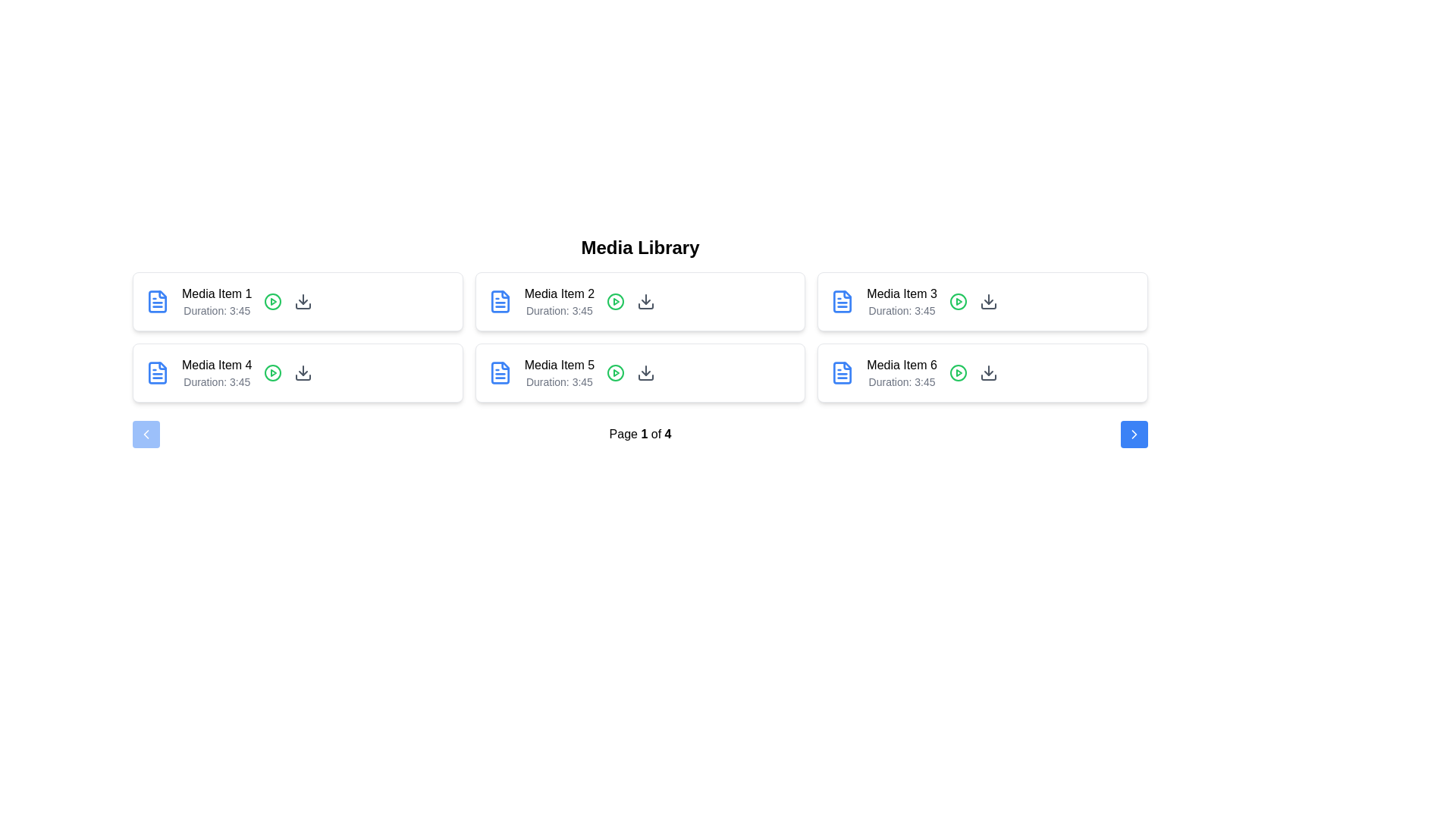  What do you see at coordinates (957, 301) in the screenshot?
I see `the Play button located to the right of 'Media Item 3'` at bounding box center [957, 301].